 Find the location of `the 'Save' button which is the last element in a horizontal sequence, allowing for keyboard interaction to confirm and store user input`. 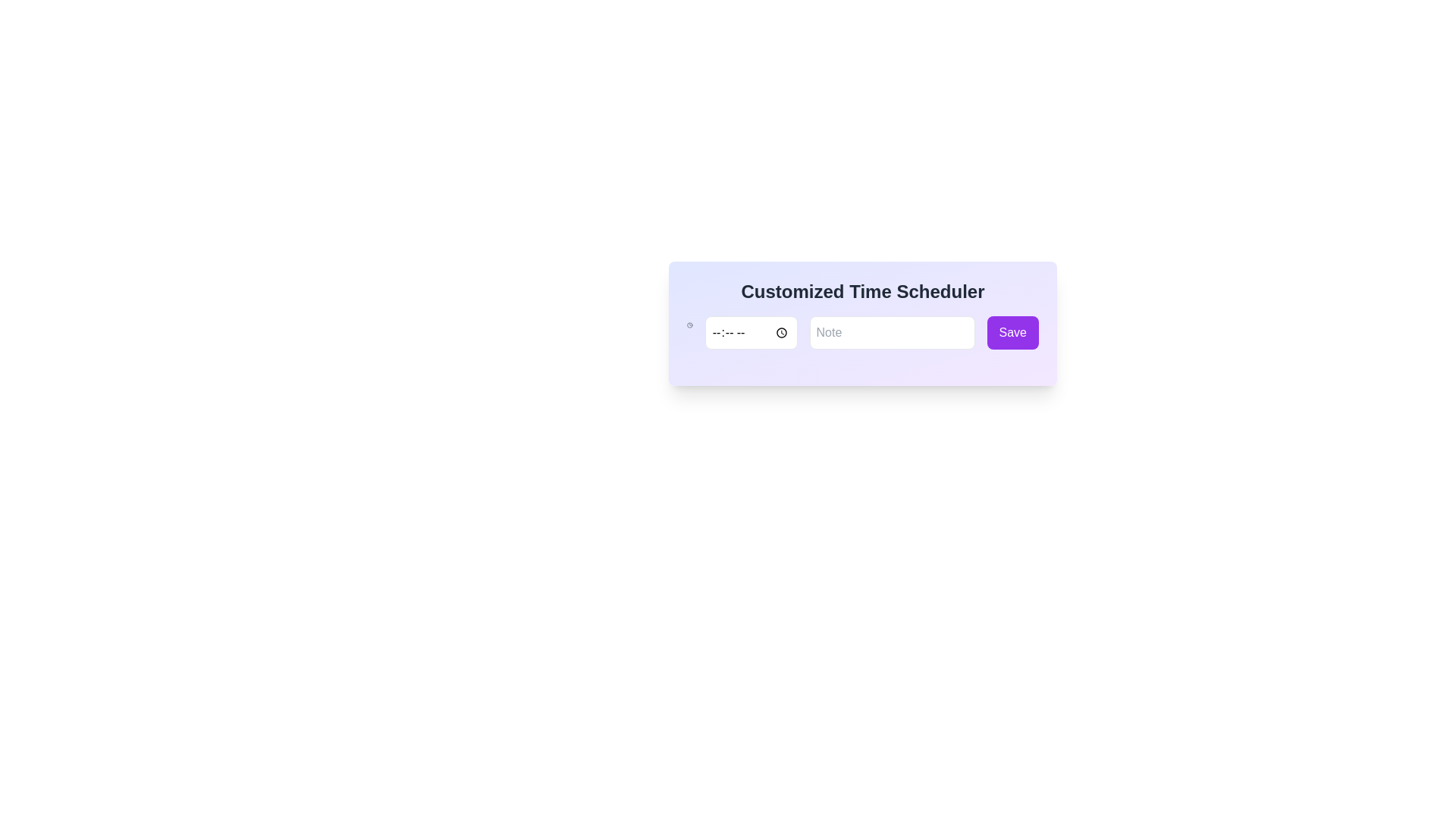

the 'Save' button which is the last element in a horizontal sequence, allowing for keyboard interaction to confirm and store user input is located at coordinates (1012, 332).